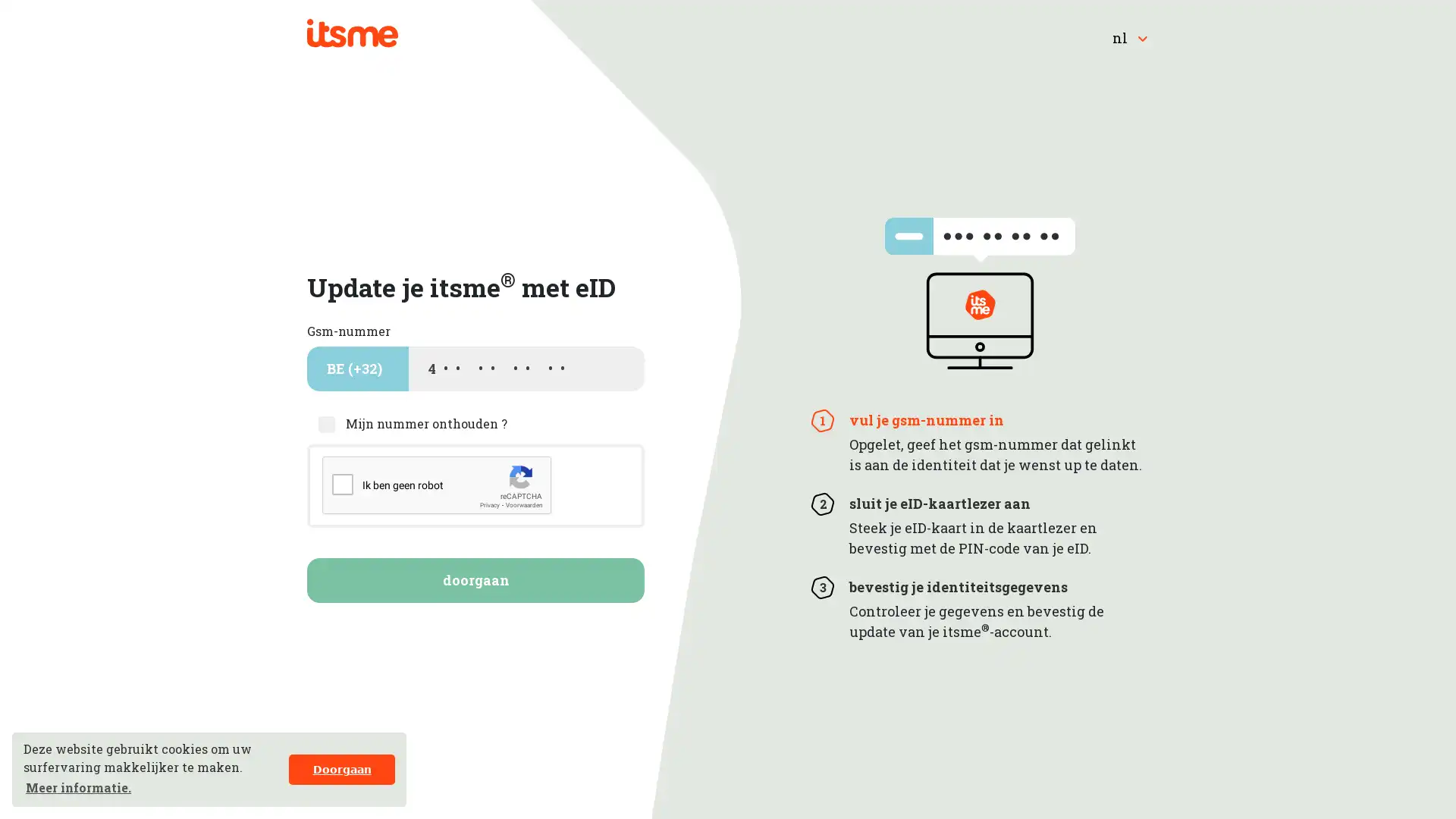 The image size is (1456, 819). I want to click on doorgaan, so click(475, 580).